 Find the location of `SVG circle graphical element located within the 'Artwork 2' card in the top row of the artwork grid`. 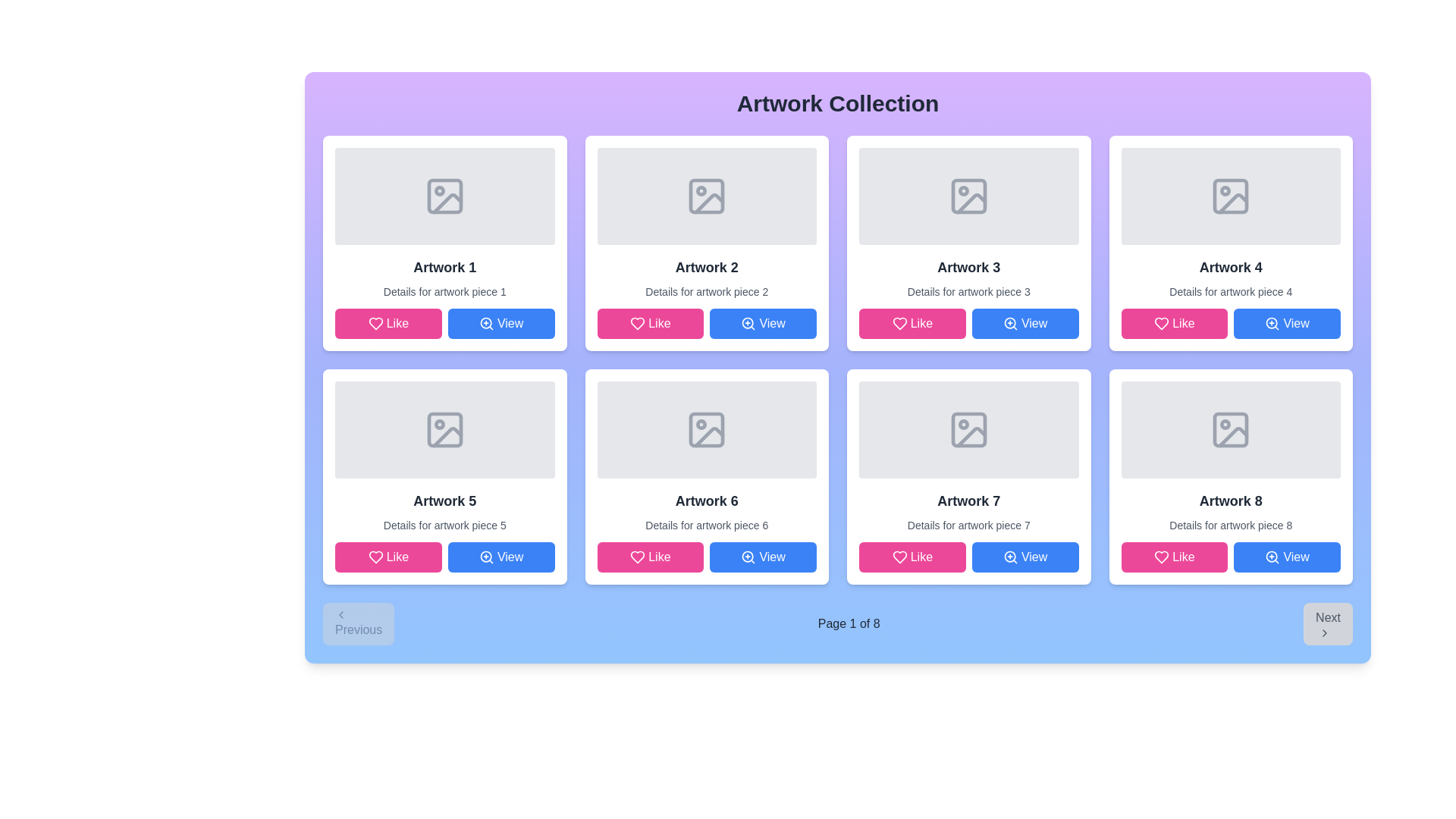

SVG circle graphical element located within the 'Artwork 2' card in the top row of the artwork grid is located at coordinates (701, 190).